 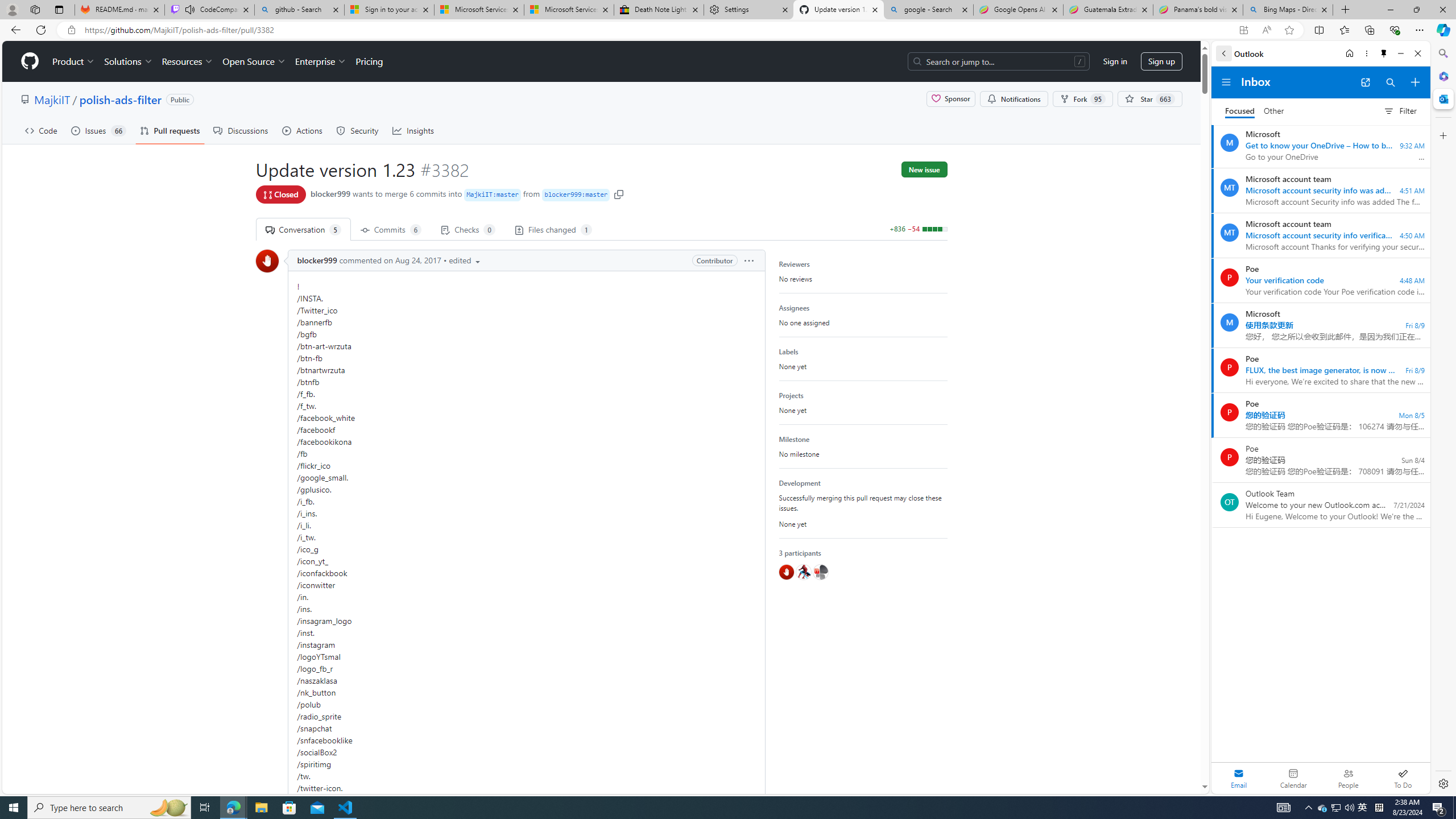 I want to click on 'Open Source', so click(x=255, y=61).